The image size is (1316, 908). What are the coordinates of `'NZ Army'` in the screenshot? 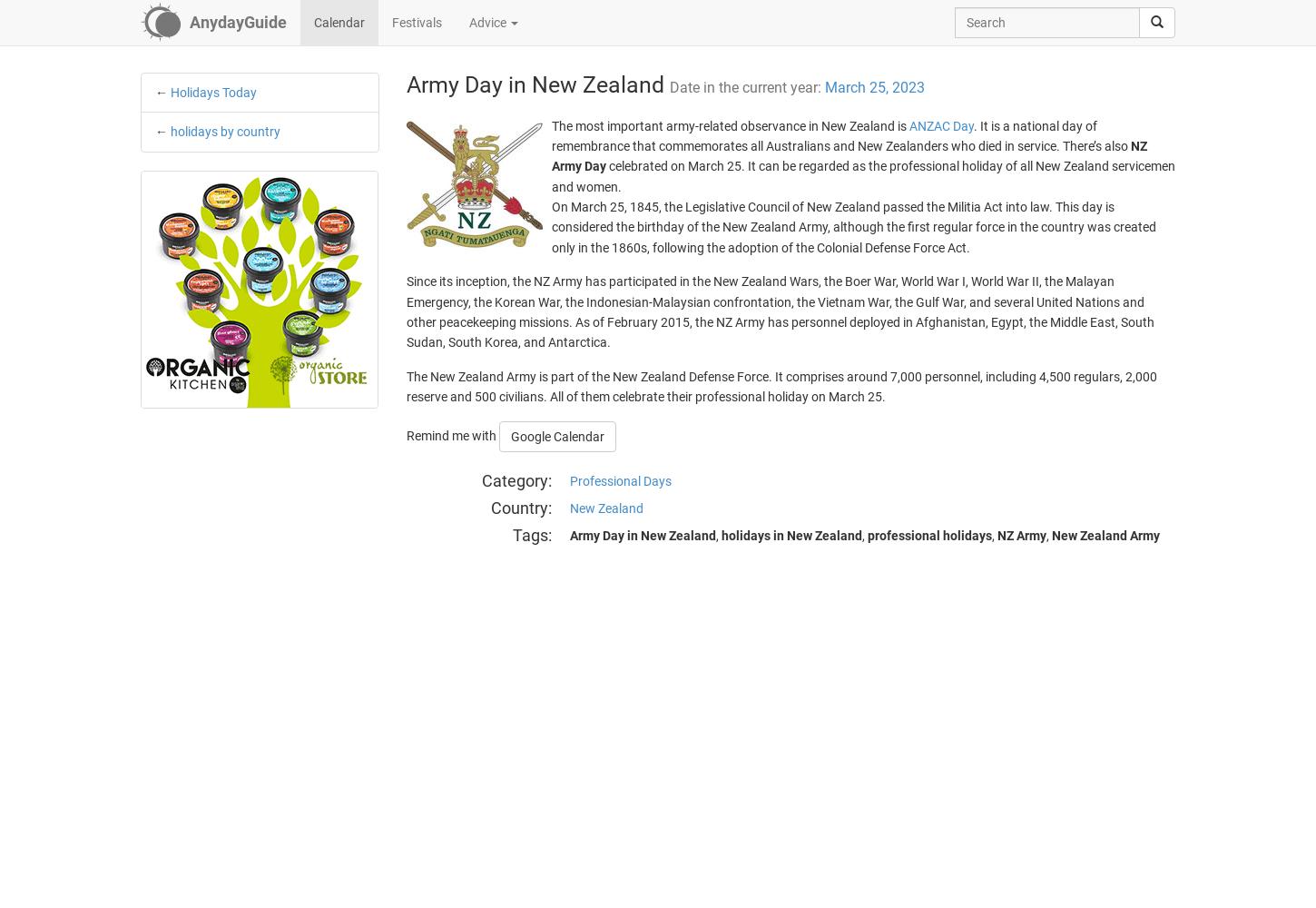 It's located at (1020, 534).